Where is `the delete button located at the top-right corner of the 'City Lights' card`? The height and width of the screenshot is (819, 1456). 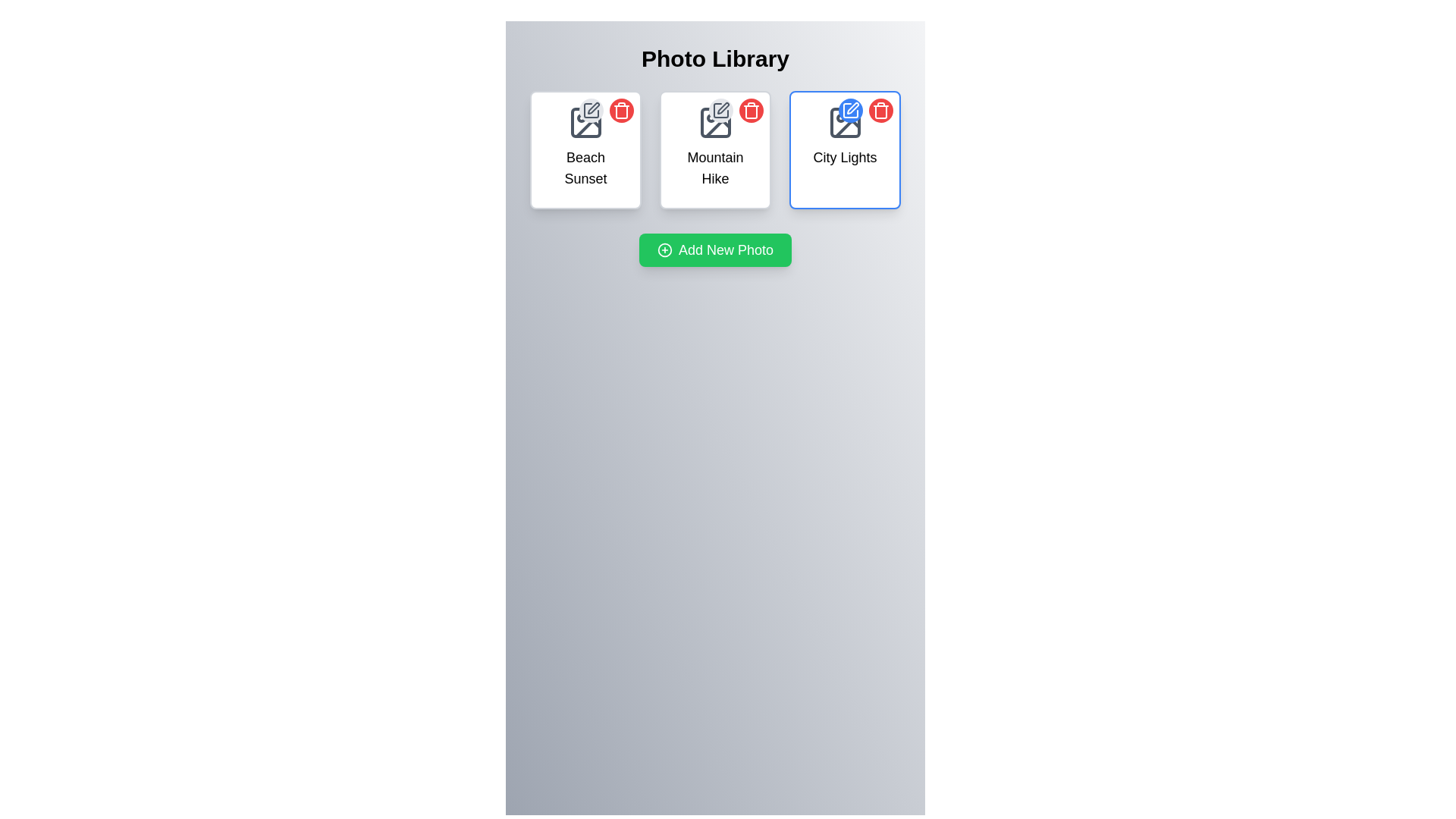 the delete button located at the top-right corner of the 'City Lights' card is located at coordinates (880, 110).